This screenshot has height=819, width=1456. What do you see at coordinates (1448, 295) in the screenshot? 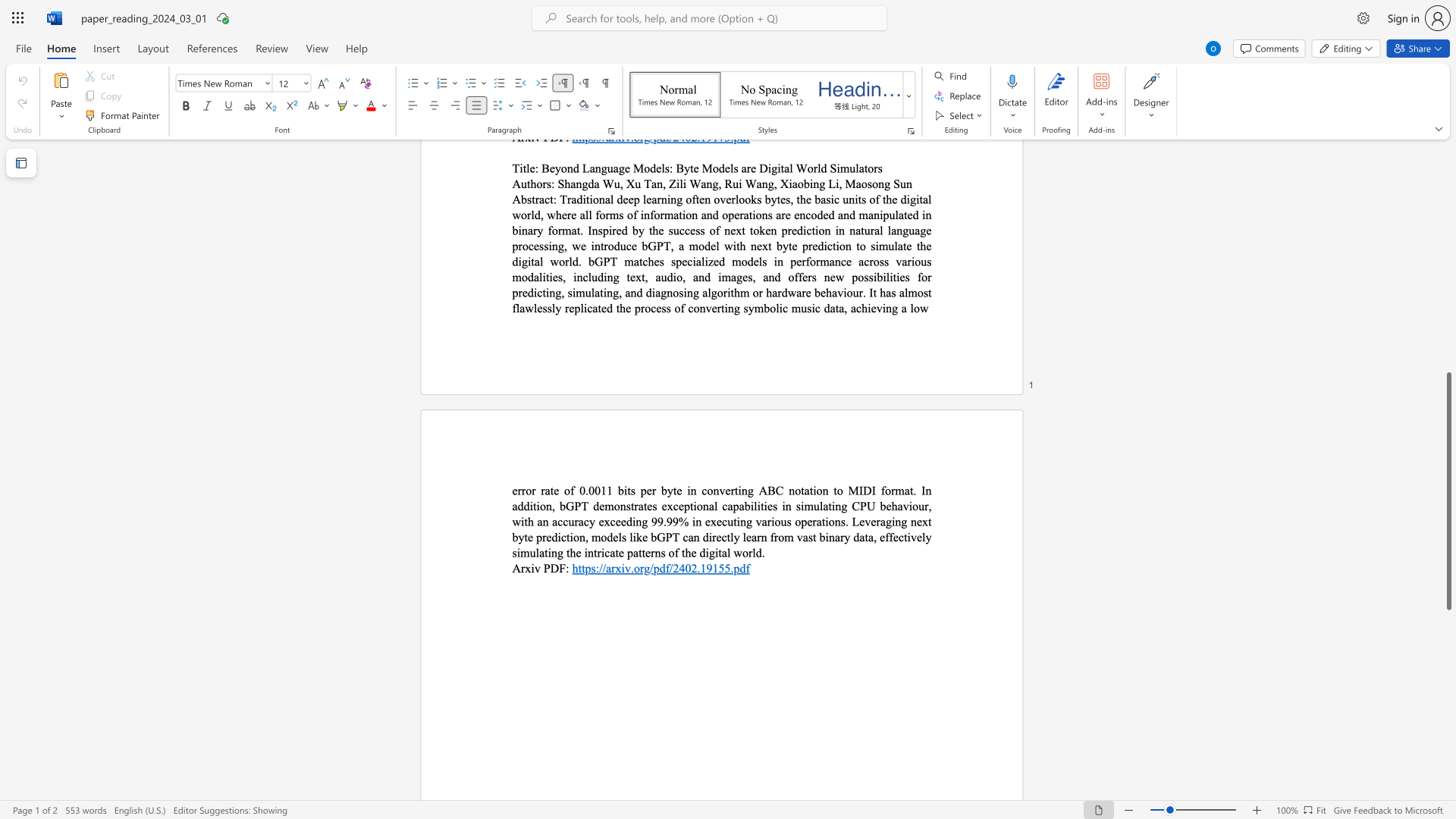
I see `the scrollbar to scroll the page up` at bounding box center [1448, 295].